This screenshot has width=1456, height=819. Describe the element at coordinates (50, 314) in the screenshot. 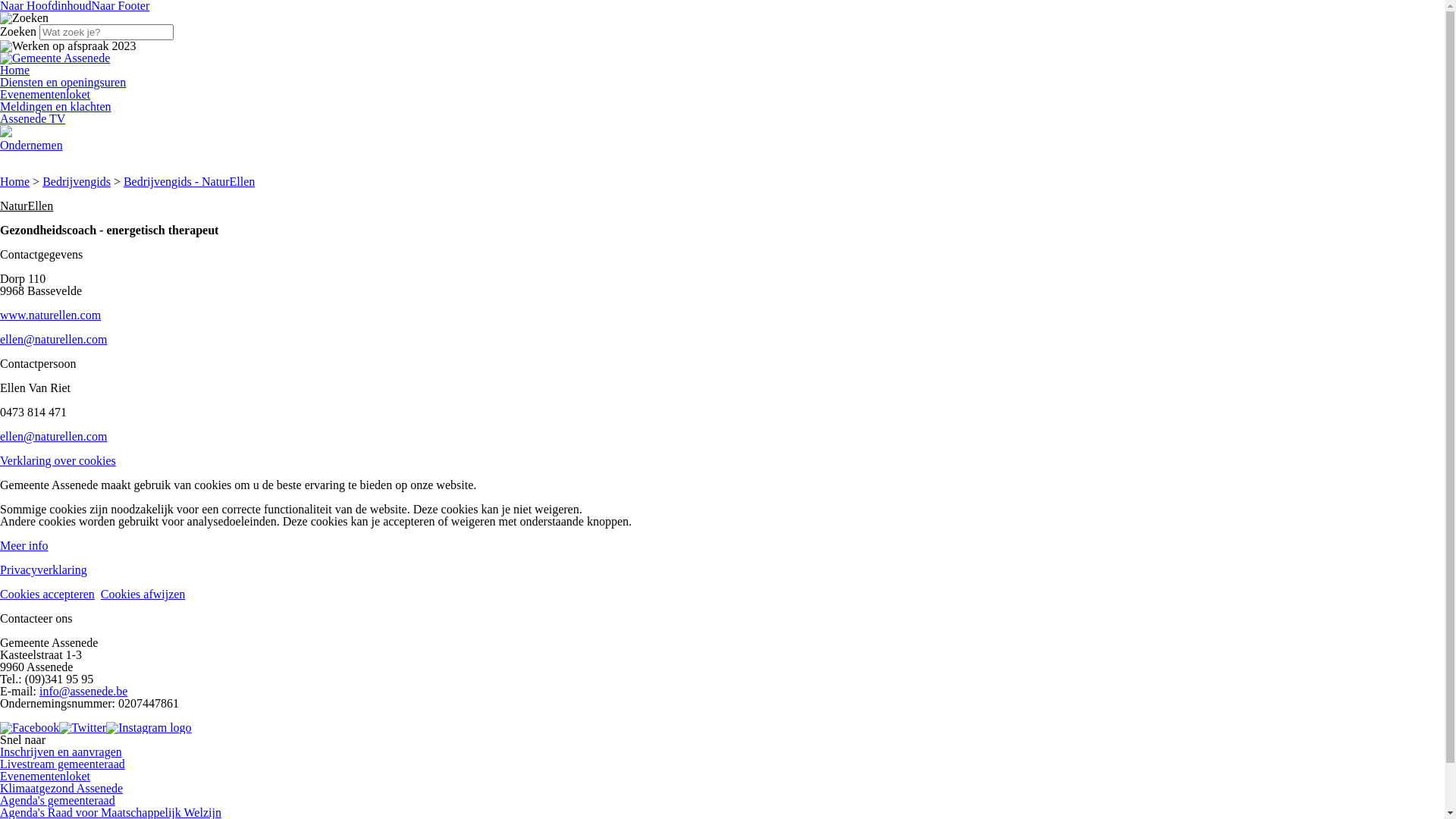

I see `'www.naturellen.com'` at that location.